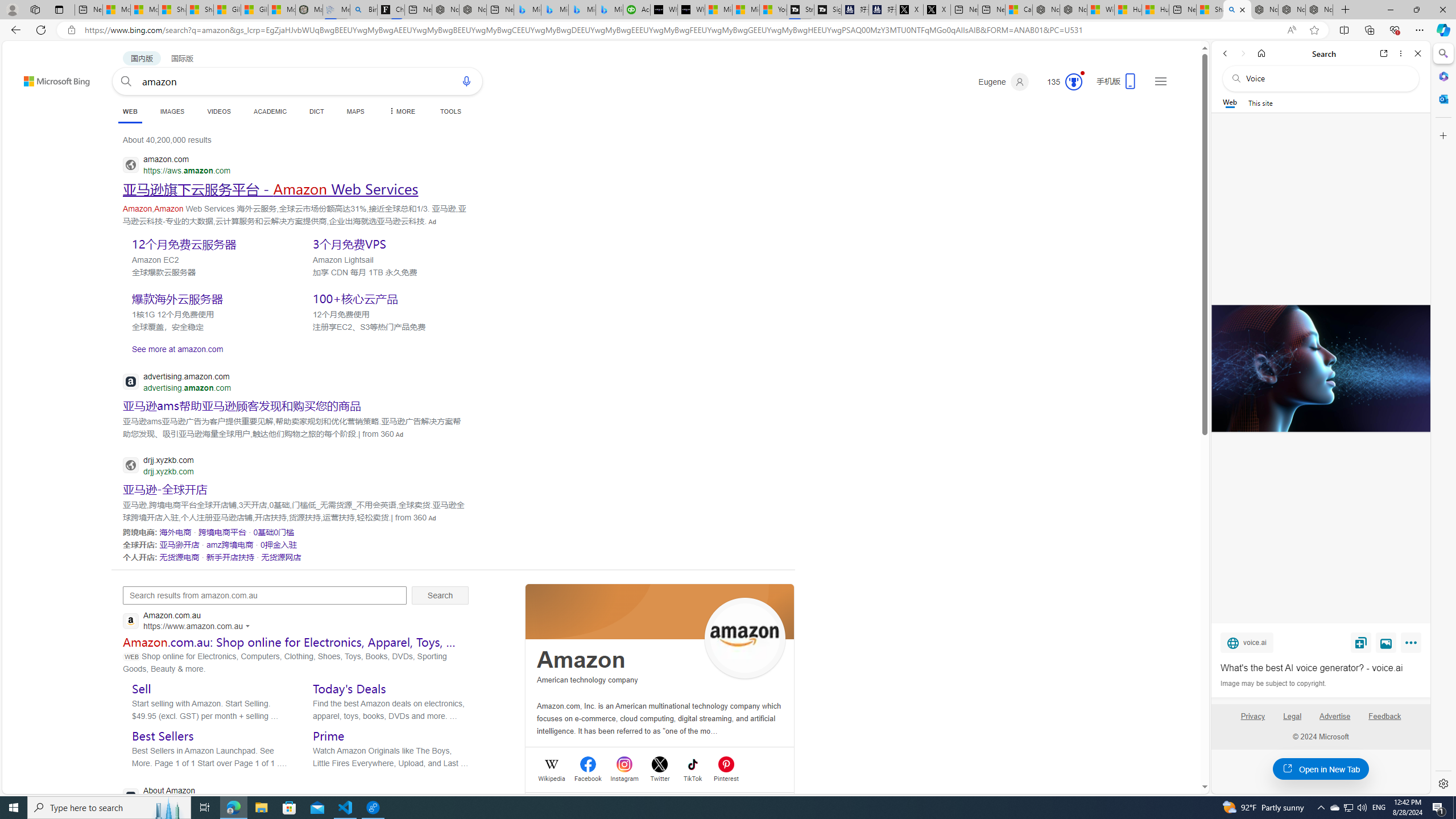 The height and width of the screenshot is (819, 1456). What do you see at coordinates (11, 9) in the screenshot?
I see `'Personal Profile'` at bounding box center [11, 9].